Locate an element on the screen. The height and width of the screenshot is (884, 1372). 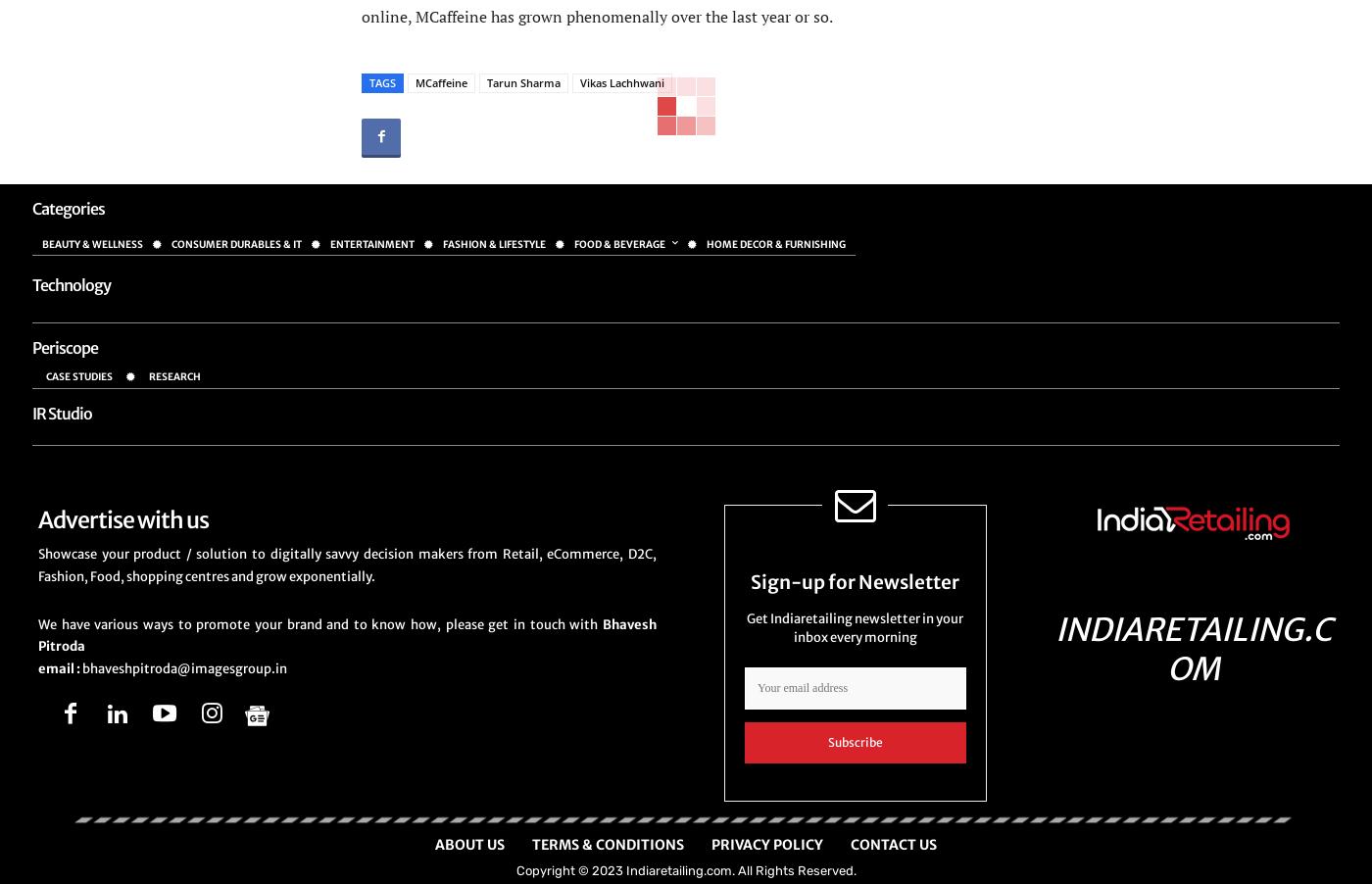
'Research' is located at coordinates (174, 376).